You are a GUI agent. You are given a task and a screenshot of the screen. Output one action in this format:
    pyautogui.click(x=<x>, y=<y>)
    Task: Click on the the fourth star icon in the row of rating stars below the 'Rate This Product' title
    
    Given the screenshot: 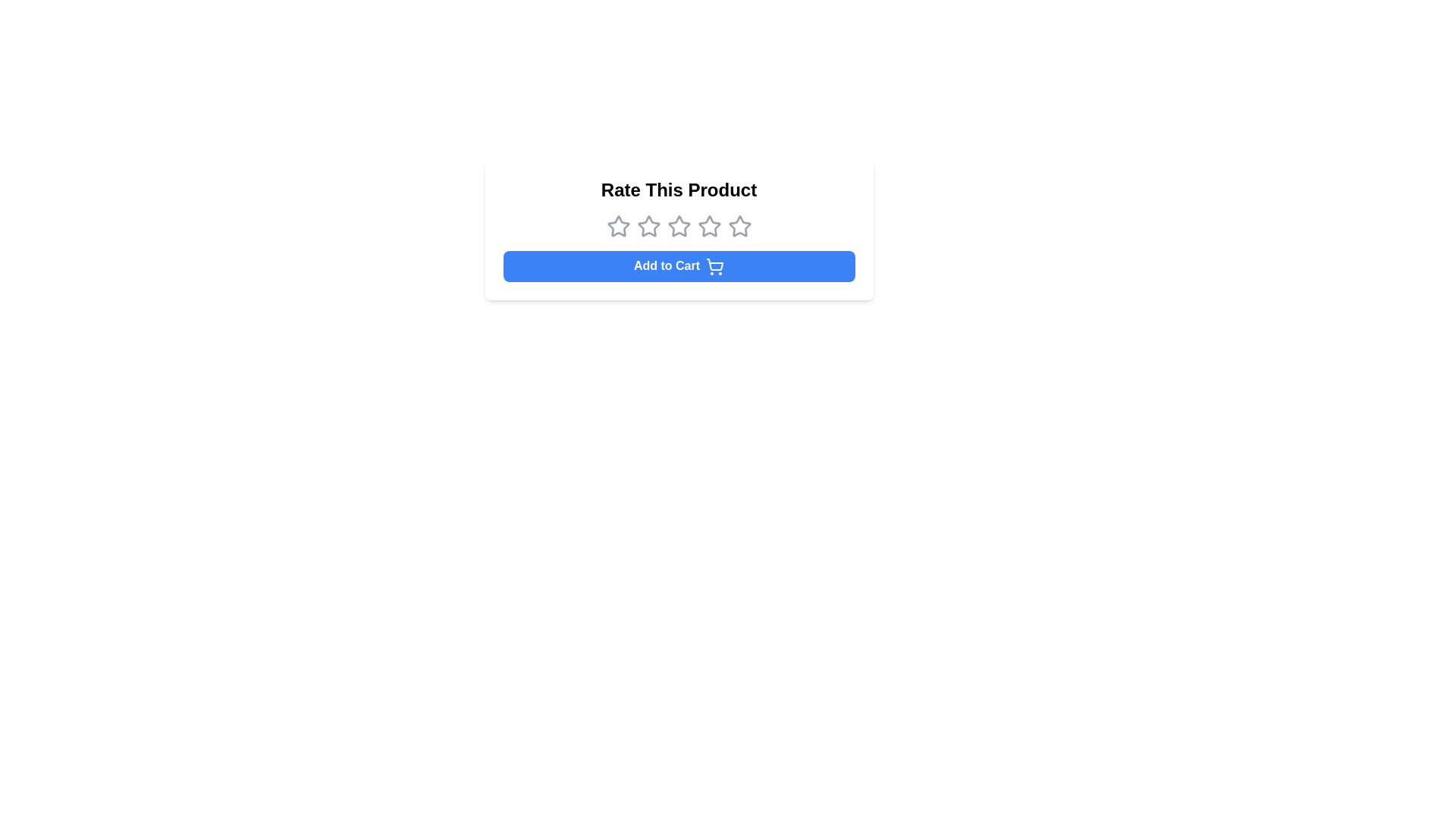 What is the action you would take?
    pyautogui.click(x=708, y=227)
    